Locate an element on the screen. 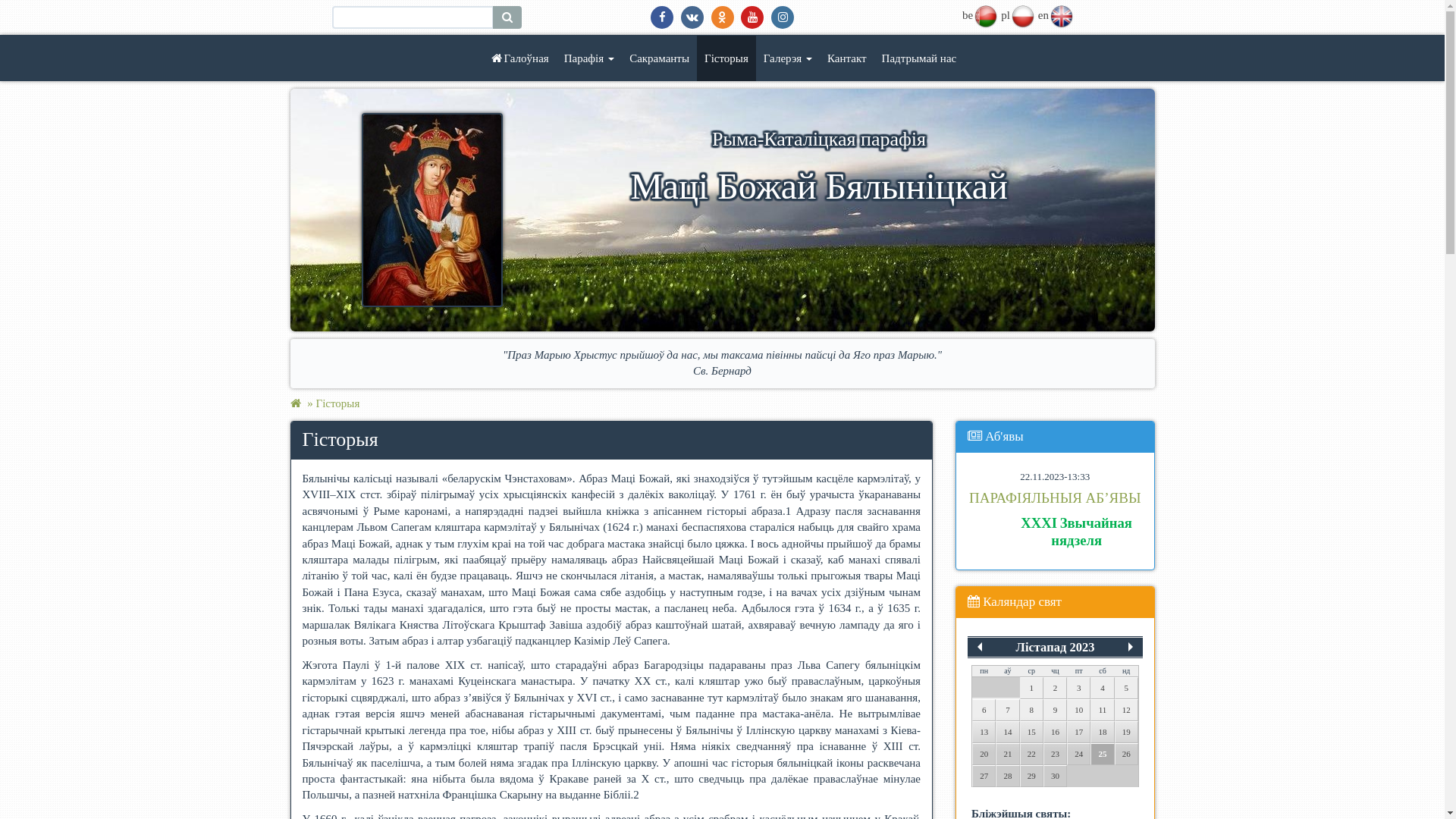  'en' is located at coordinates (1060, 14).